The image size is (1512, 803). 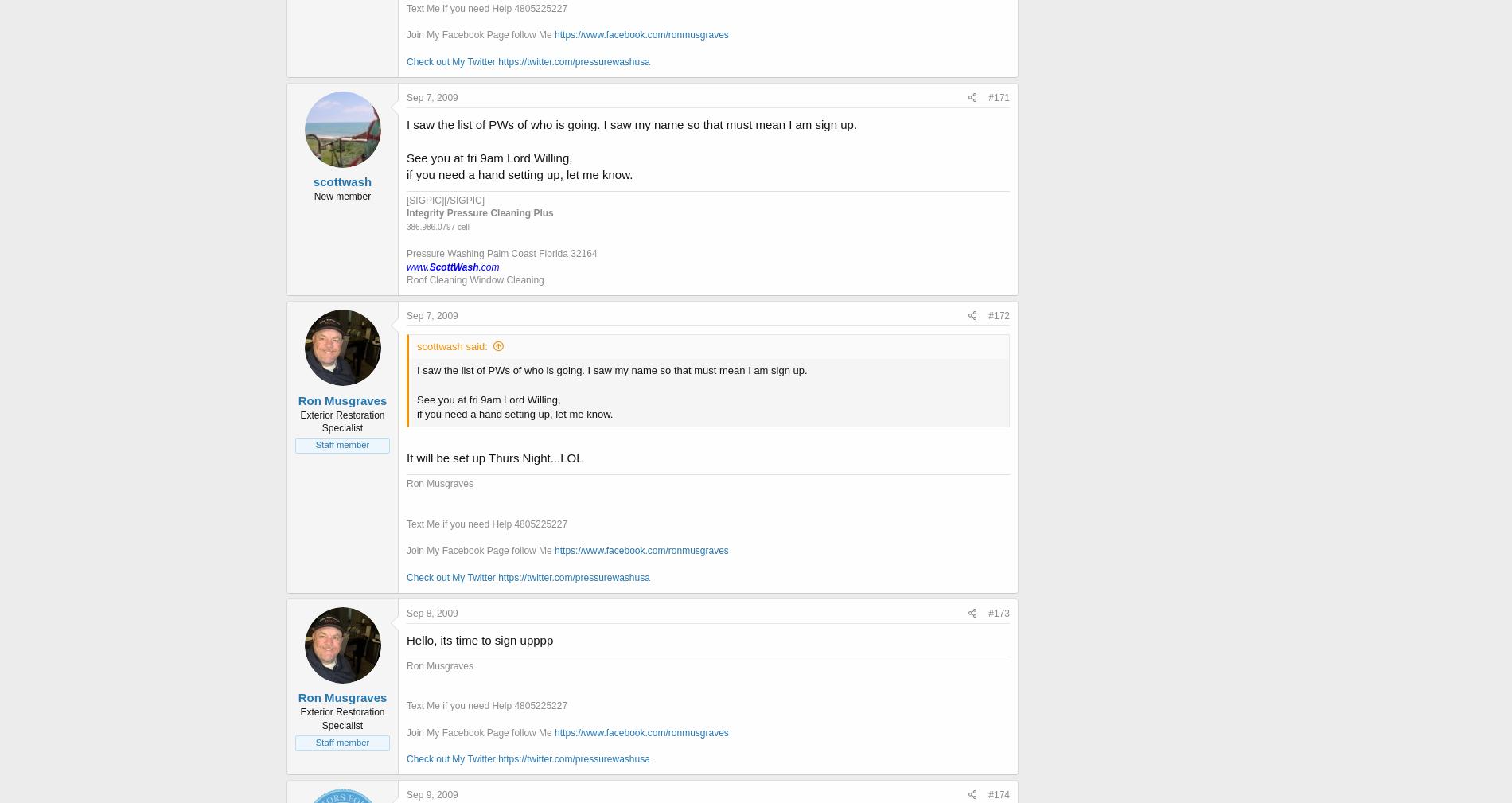 What do you see at coordinates (313, 196) in the screenshot?
I see `'New member'` at bounding box center [313, 196].